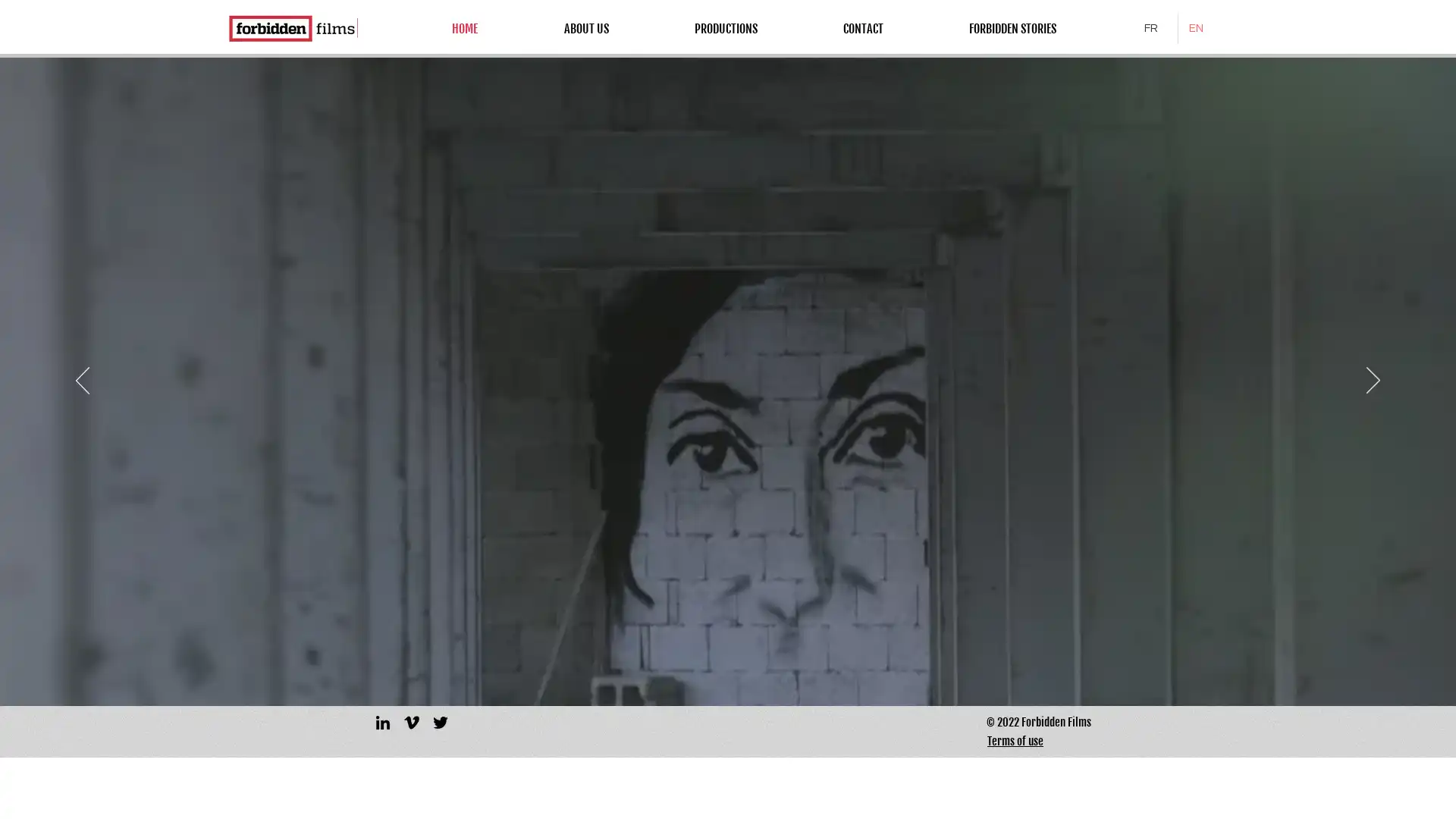 The height and width of the screenshot is (819, 1456). Describe the element at coordinates (82, 380) in the screenshot. I see `Previous` at that location.